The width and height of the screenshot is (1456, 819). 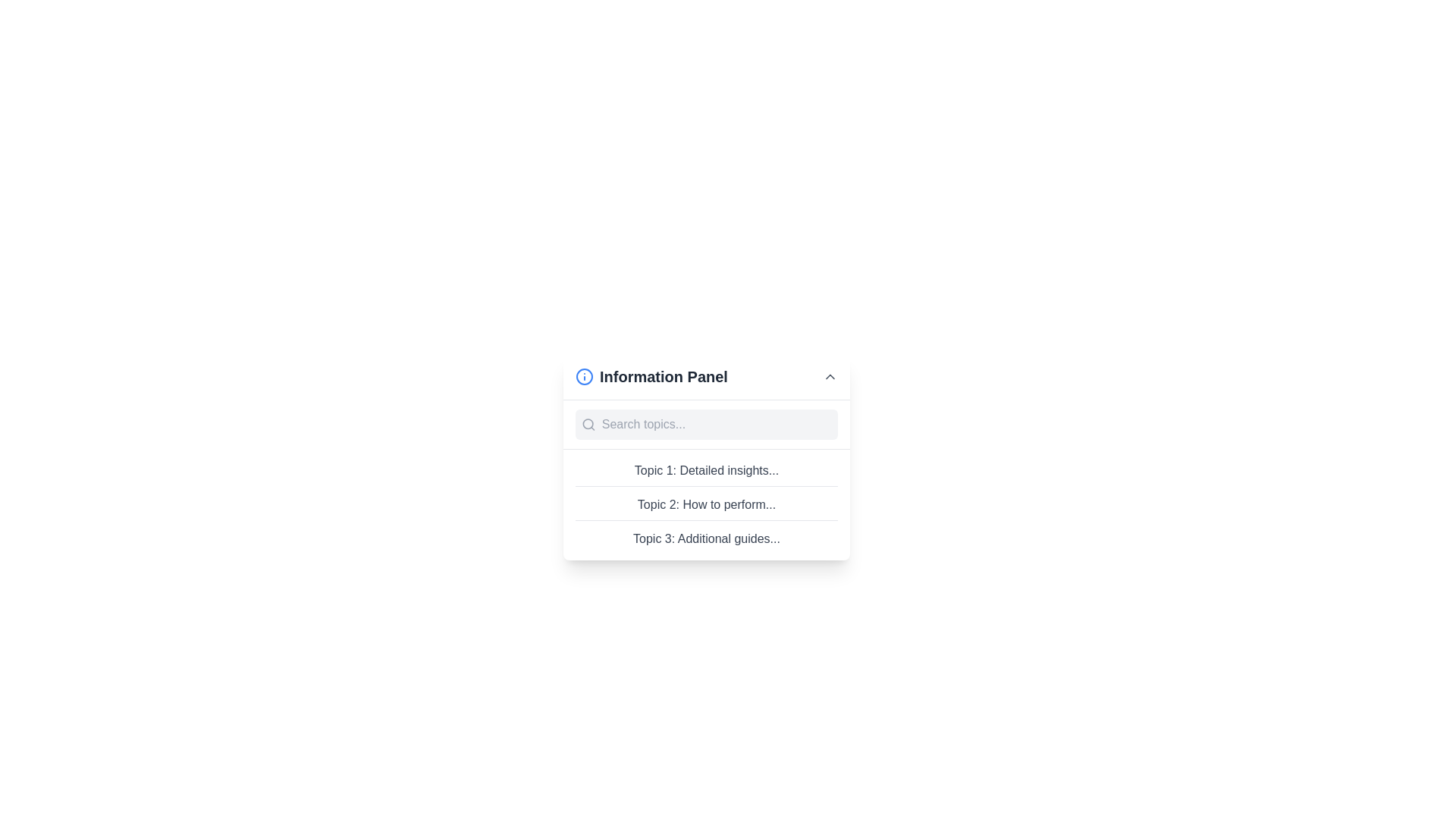 What do you see at coordinates (705, 456) in the screenshot?
I see `individual items within the 'Information Panel' which has a white background, rounded corners, and drop shadow, located at the center of the dialog` at bounding box center [705, 456].